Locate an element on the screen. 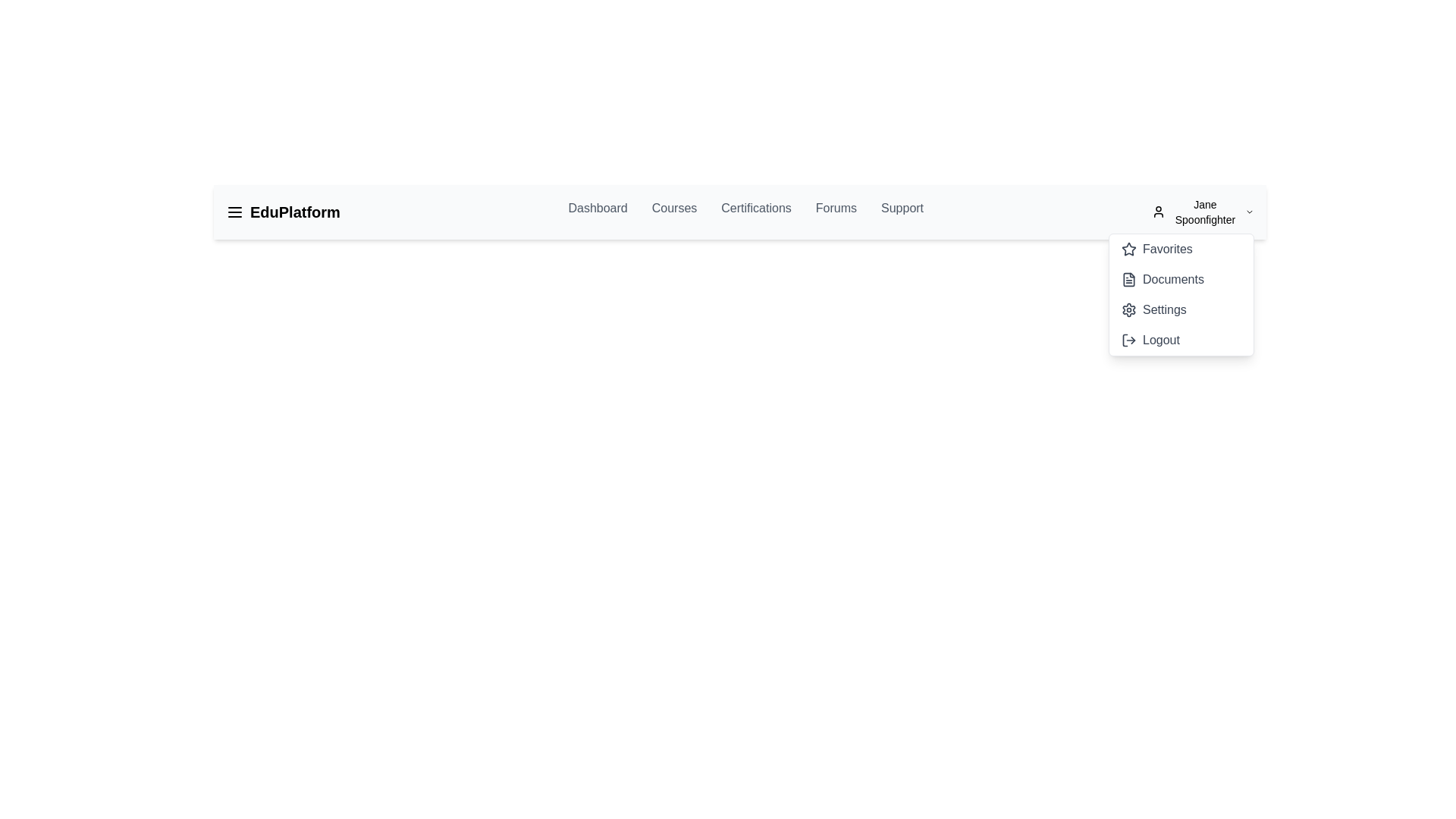  the 'Courses' navigation tab, which is the second tab in a horizontal navigation bar located at the top of the interface is located at coordinates (673, 212).